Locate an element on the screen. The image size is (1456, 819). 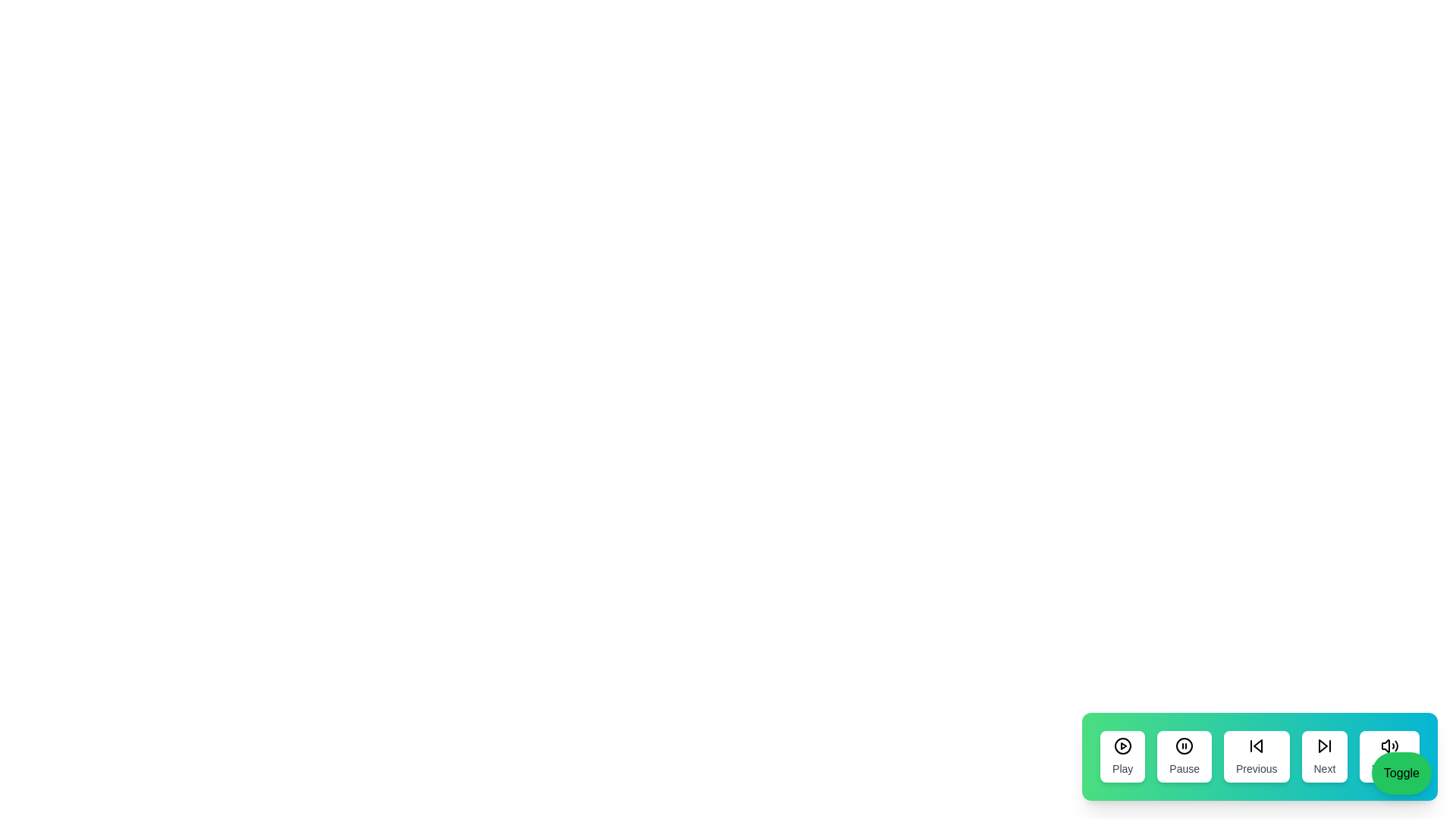
the 'Pause' button to halt playback is located at coordinates (1183, 757).